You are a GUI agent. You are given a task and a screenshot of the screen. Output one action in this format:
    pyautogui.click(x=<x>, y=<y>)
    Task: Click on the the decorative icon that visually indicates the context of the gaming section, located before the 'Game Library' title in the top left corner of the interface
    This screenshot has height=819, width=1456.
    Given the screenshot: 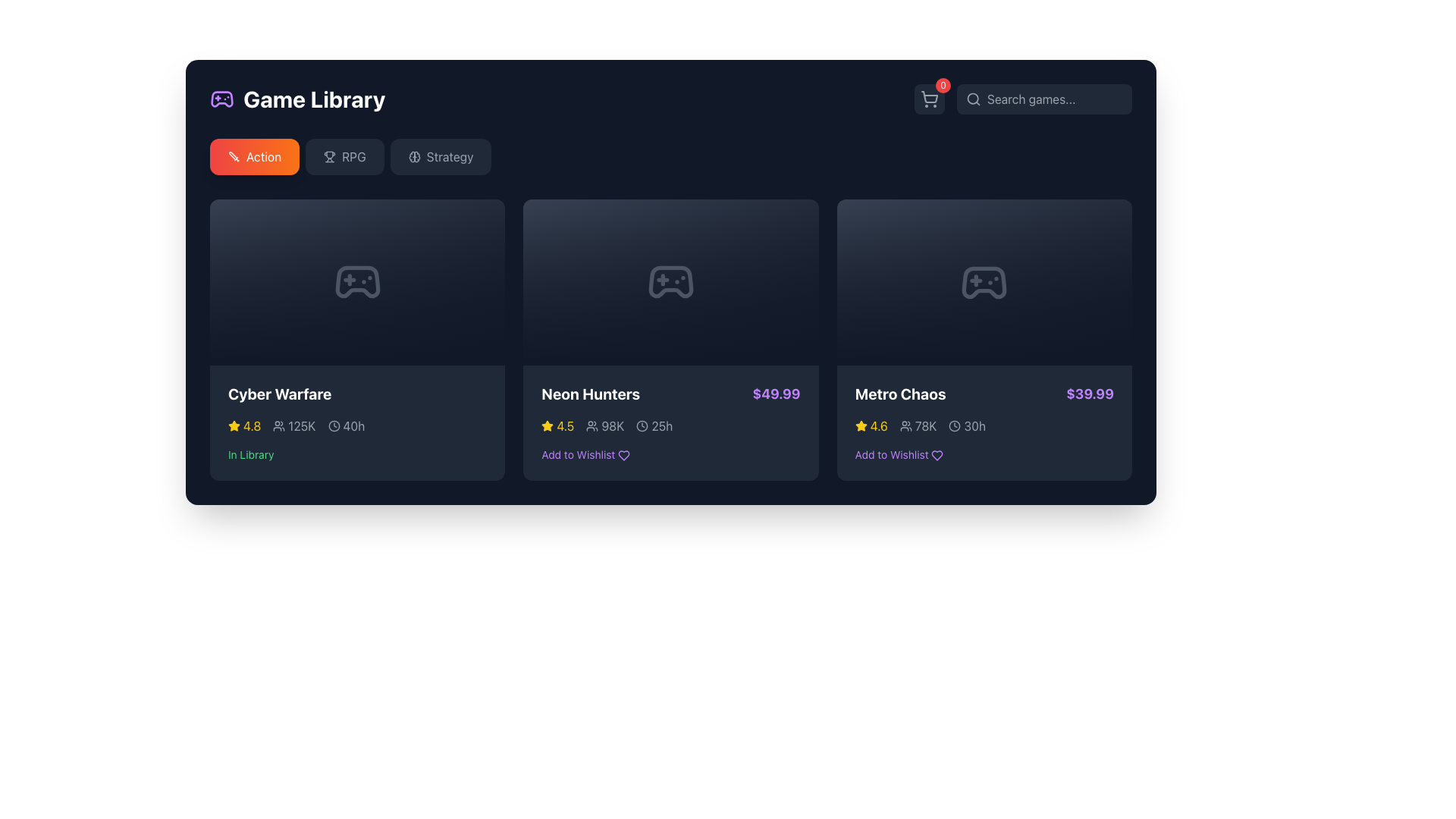 What is the action you would take?
    pyautogui.click(x=221, y=99)
    